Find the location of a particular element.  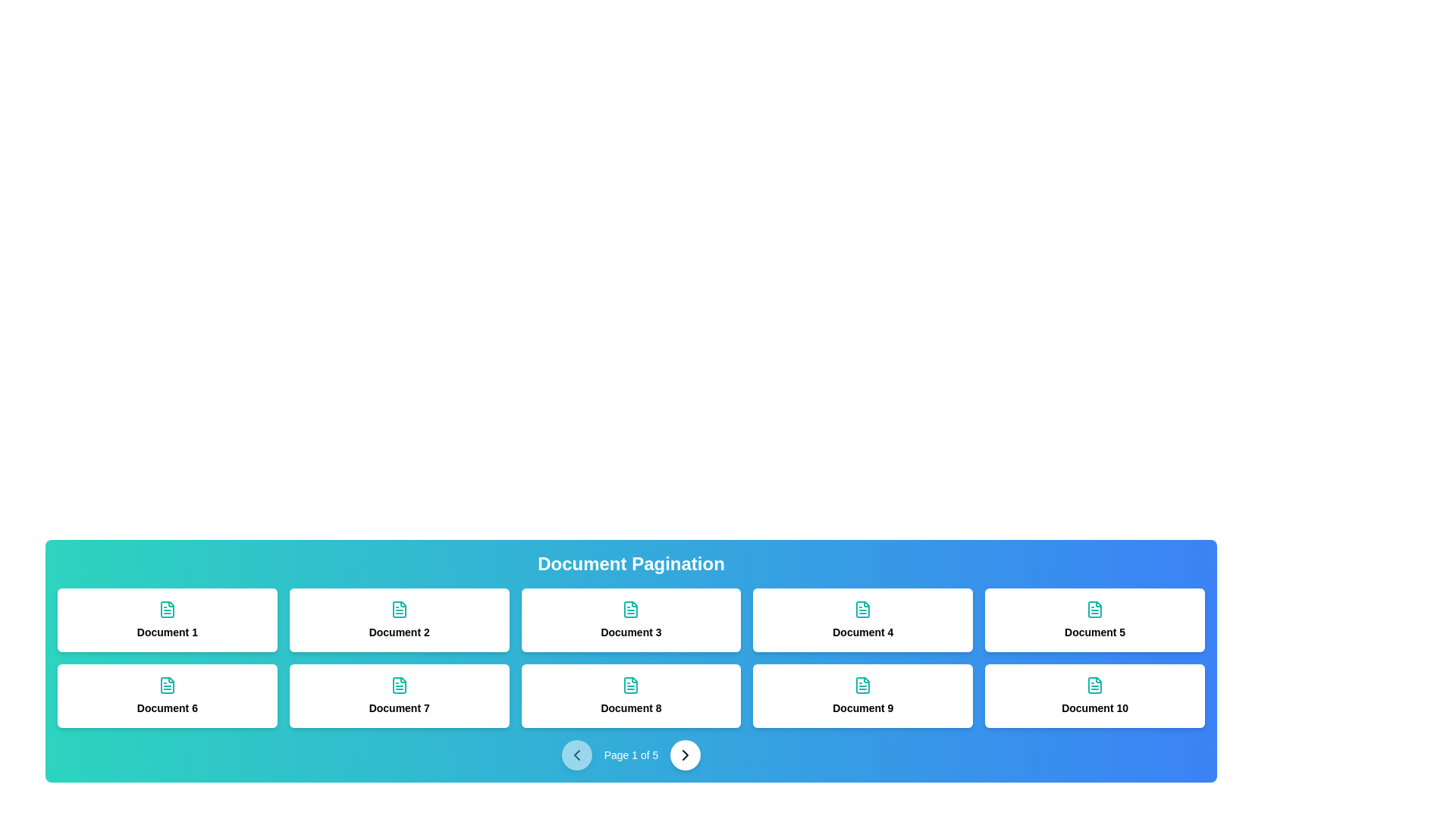

the Text label that informs users about the current page and the total number of pages, located in the pagination section between the 'previous' and 'next' navigation buttons is located at coordinates (631, 755).